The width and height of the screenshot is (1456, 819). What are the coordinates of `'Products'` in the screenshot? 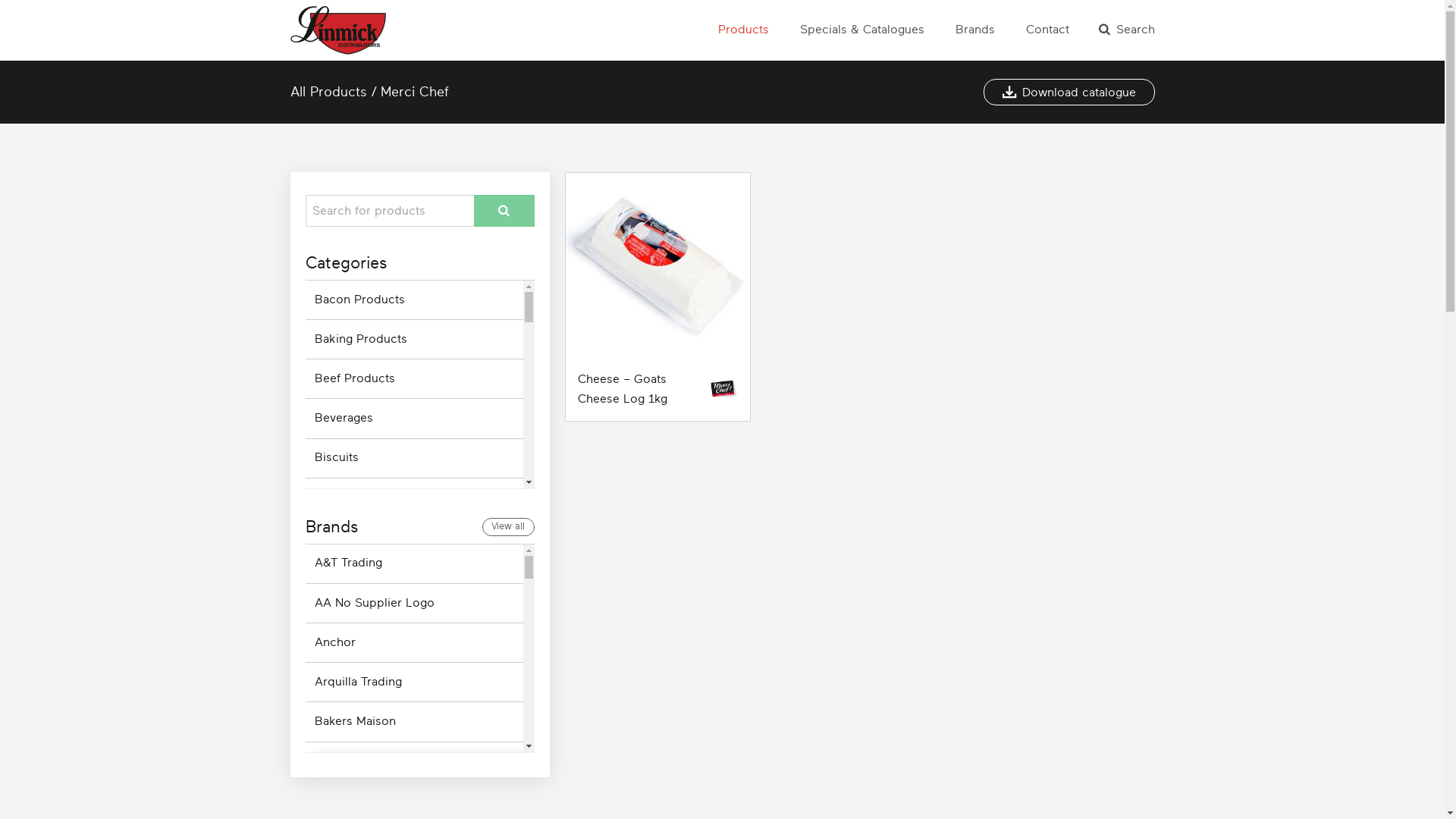 It's located at (715, 30).